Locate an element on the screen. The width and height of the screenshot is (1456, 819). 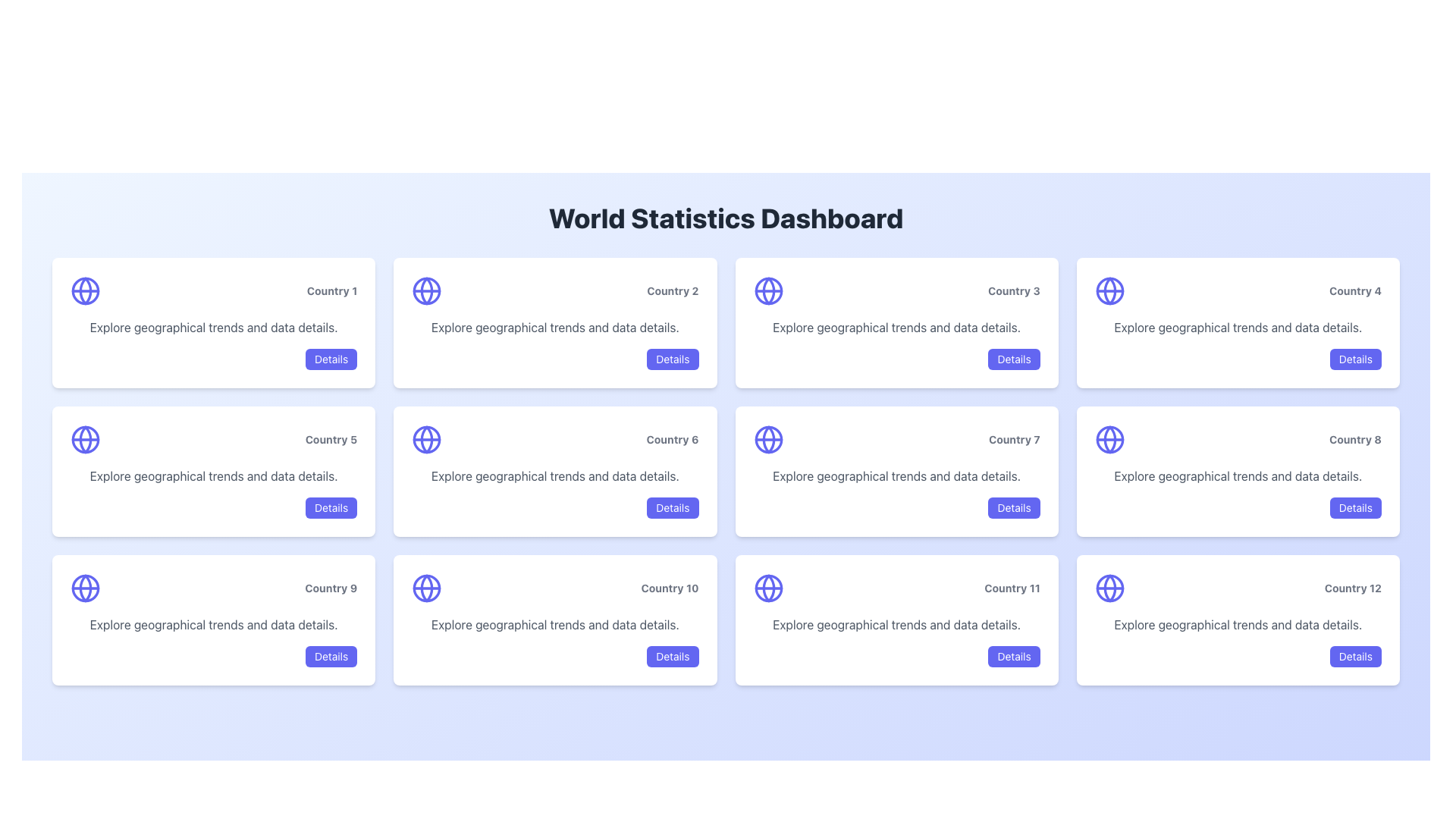
the text label located in the top-right corner of the second card in the first row of a four-column grid layout is located at coordinates (554, 291).